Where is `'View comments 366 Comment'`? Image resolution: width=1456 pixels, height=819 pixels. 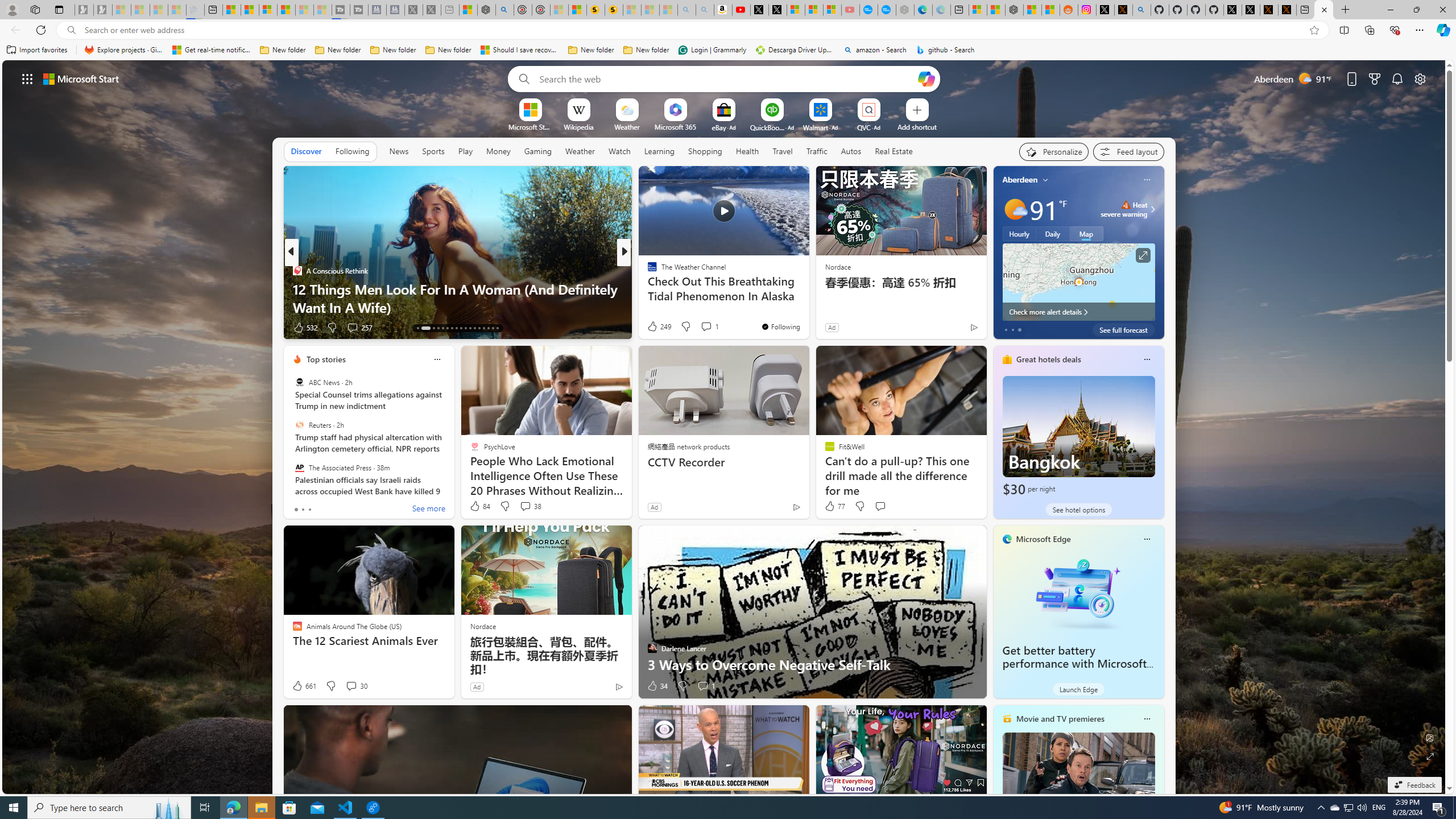
'View comments 366 Comment' is located at coordinates (709, 327).